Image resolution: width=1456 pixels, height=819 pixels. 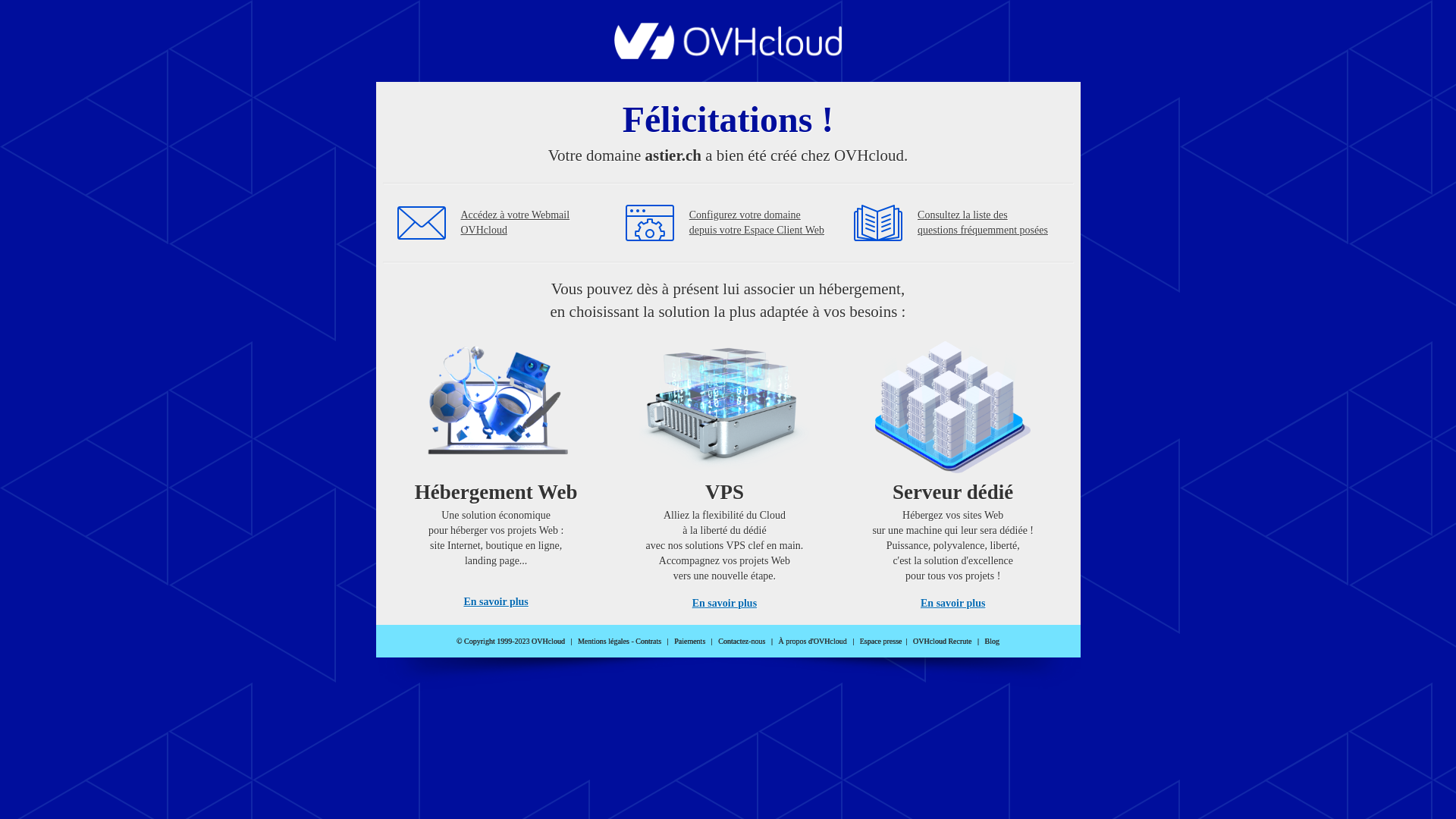 I want to click on 'OVHcloud Recrute', so click(x=941, y=641).